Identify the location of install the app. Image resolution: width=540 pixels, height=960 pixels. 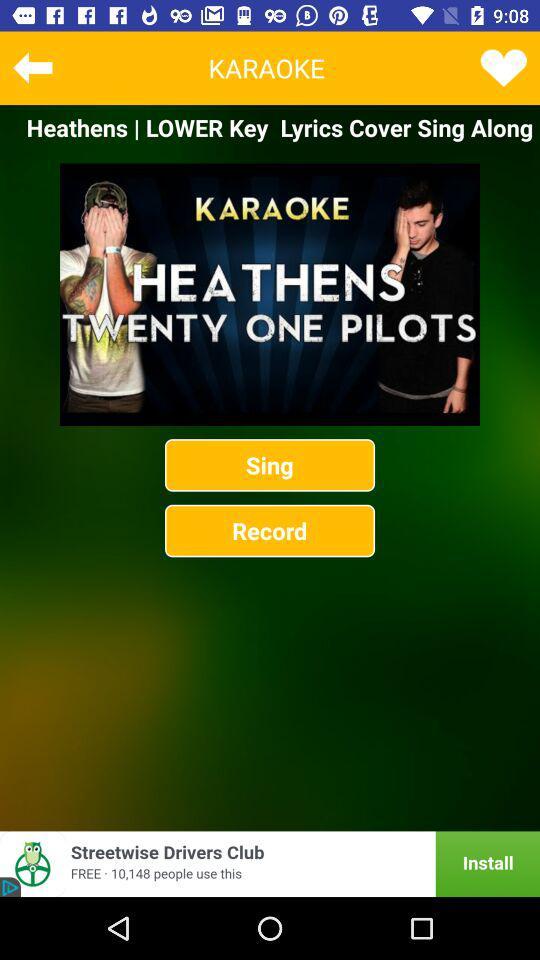
(270, 863).